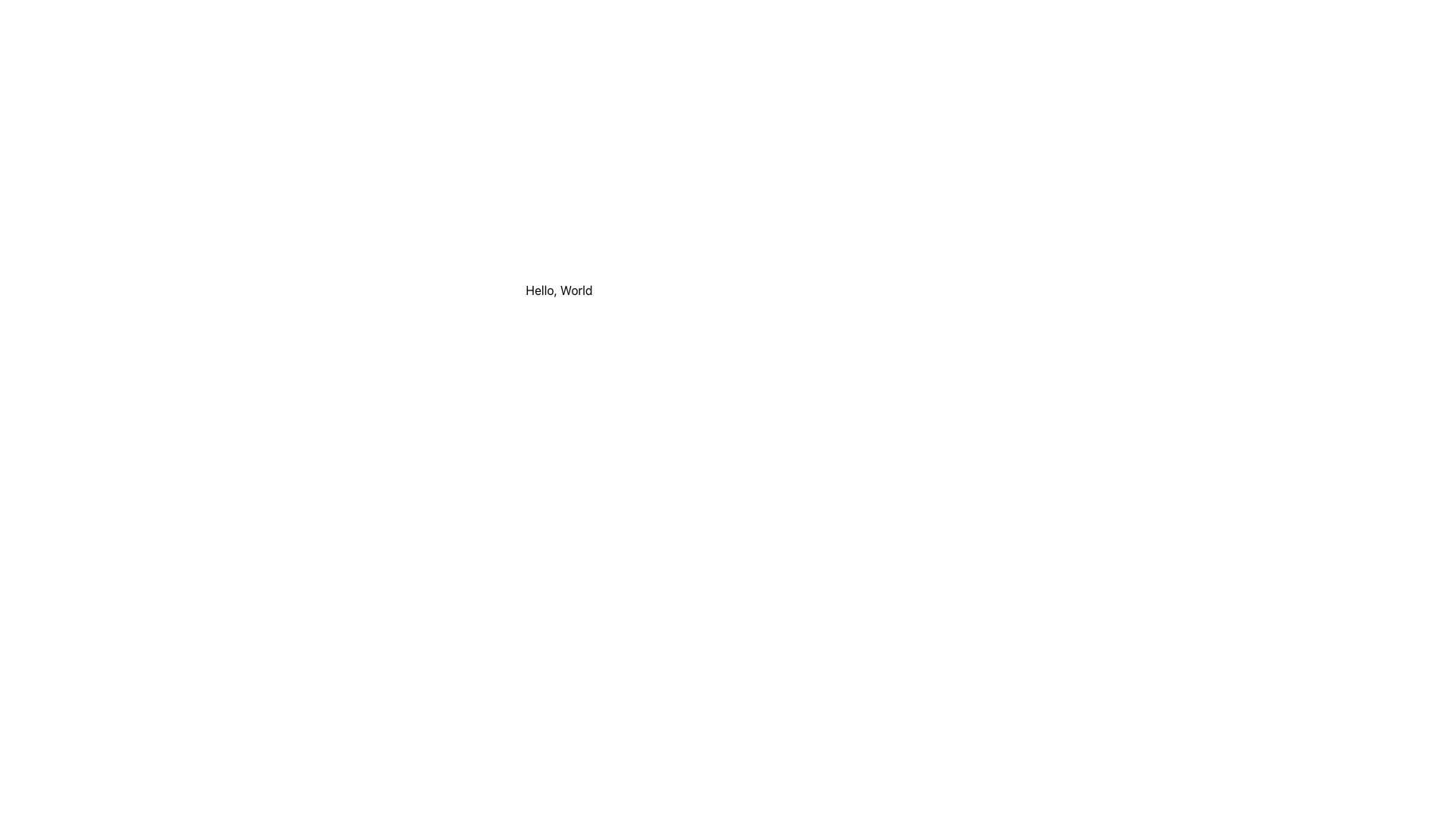 This screenshot has width=1456, height=819. I want to click on Text Display element that contains the text 'Hello, World', which is centered within its boundary in a fixed, scrollable section, so click(558, 290).